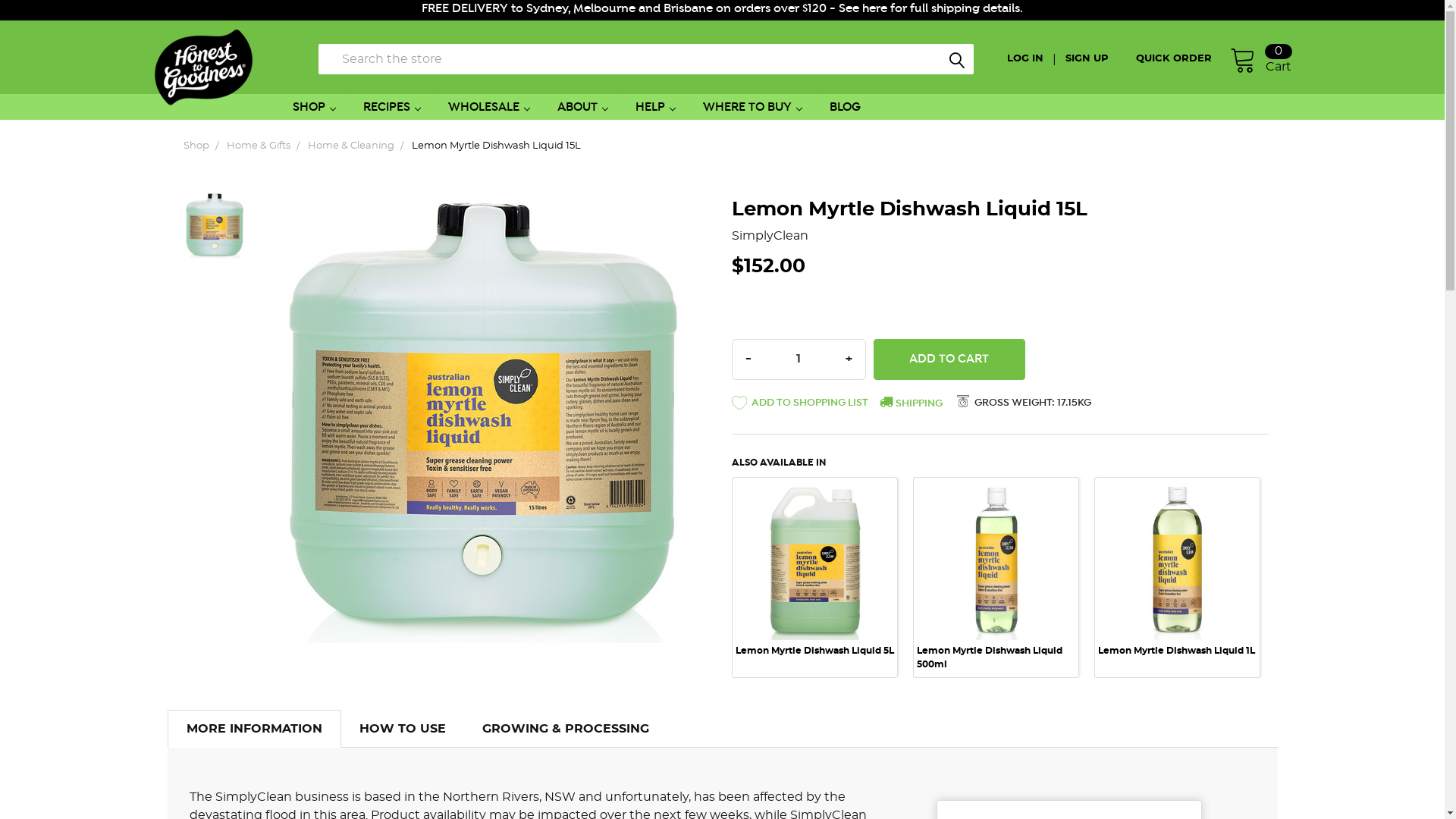 Image resolution: width=1456 pixels, height=819 pixels. Describe the element at coordinates (564, 727) in the screenshot. I see `'GROWING & PROCESSING'` at that location.